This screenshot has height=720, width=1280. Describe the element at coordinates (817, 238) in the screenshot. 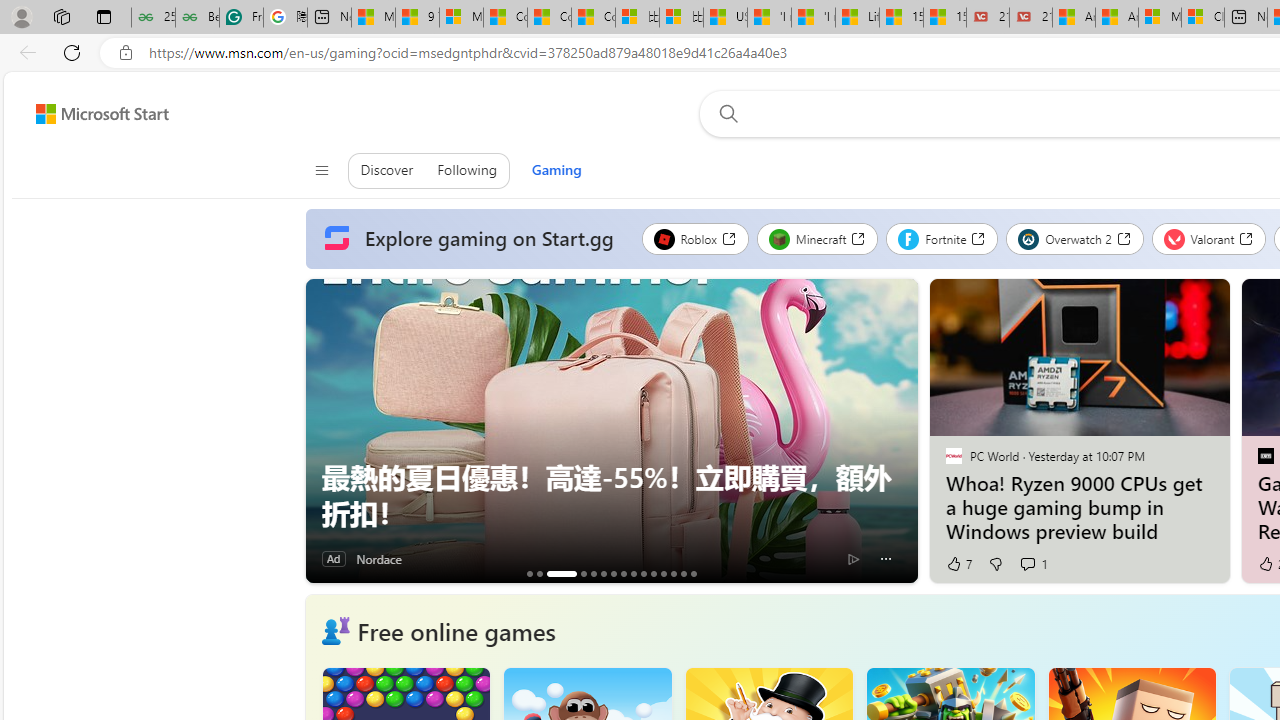

I see `'Minecraft'` at that location.